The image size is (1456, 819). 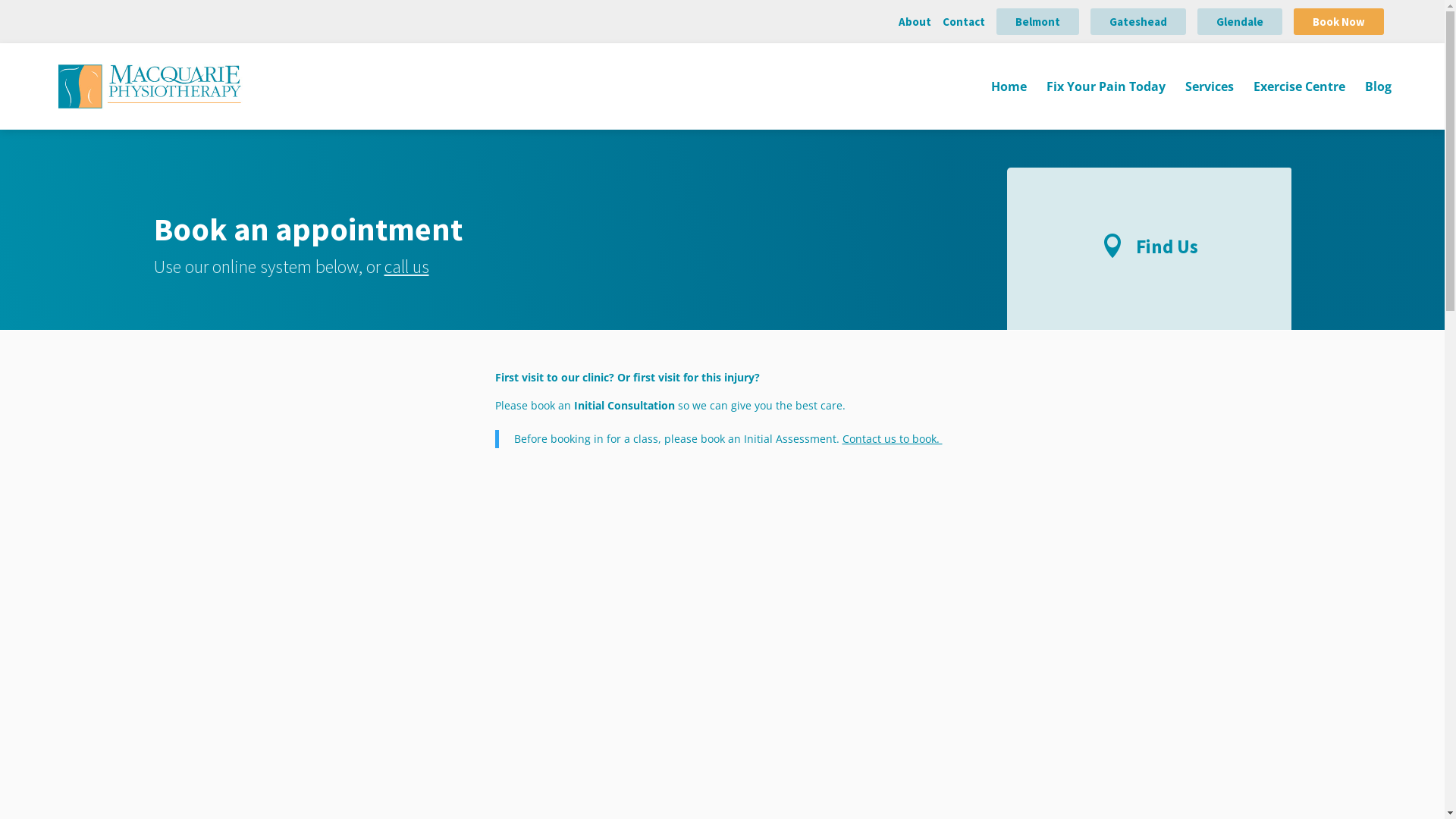 I want to click on 'Services', so click(x=1208, y=104).